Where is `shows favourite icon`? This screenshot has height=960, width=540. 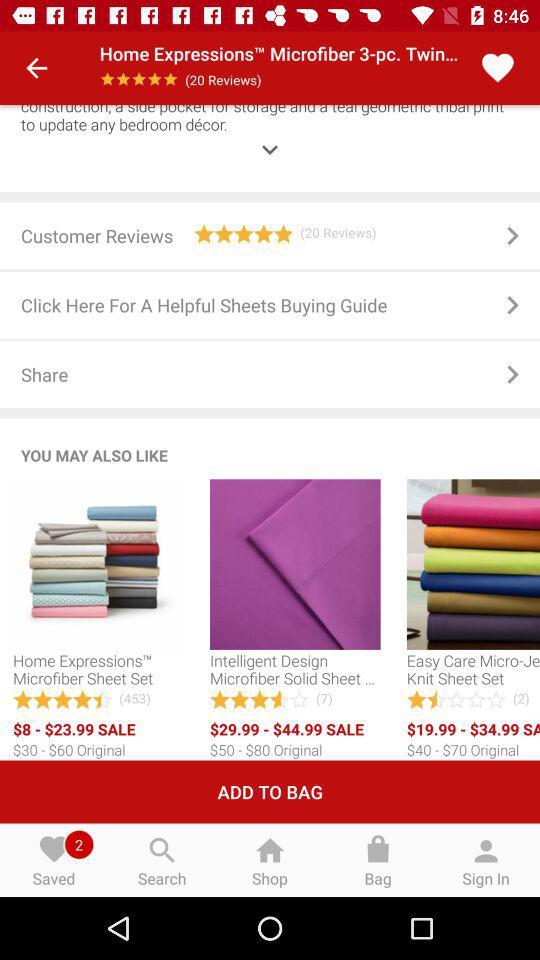
shows favourite icon is located at coordinates (496, 68).